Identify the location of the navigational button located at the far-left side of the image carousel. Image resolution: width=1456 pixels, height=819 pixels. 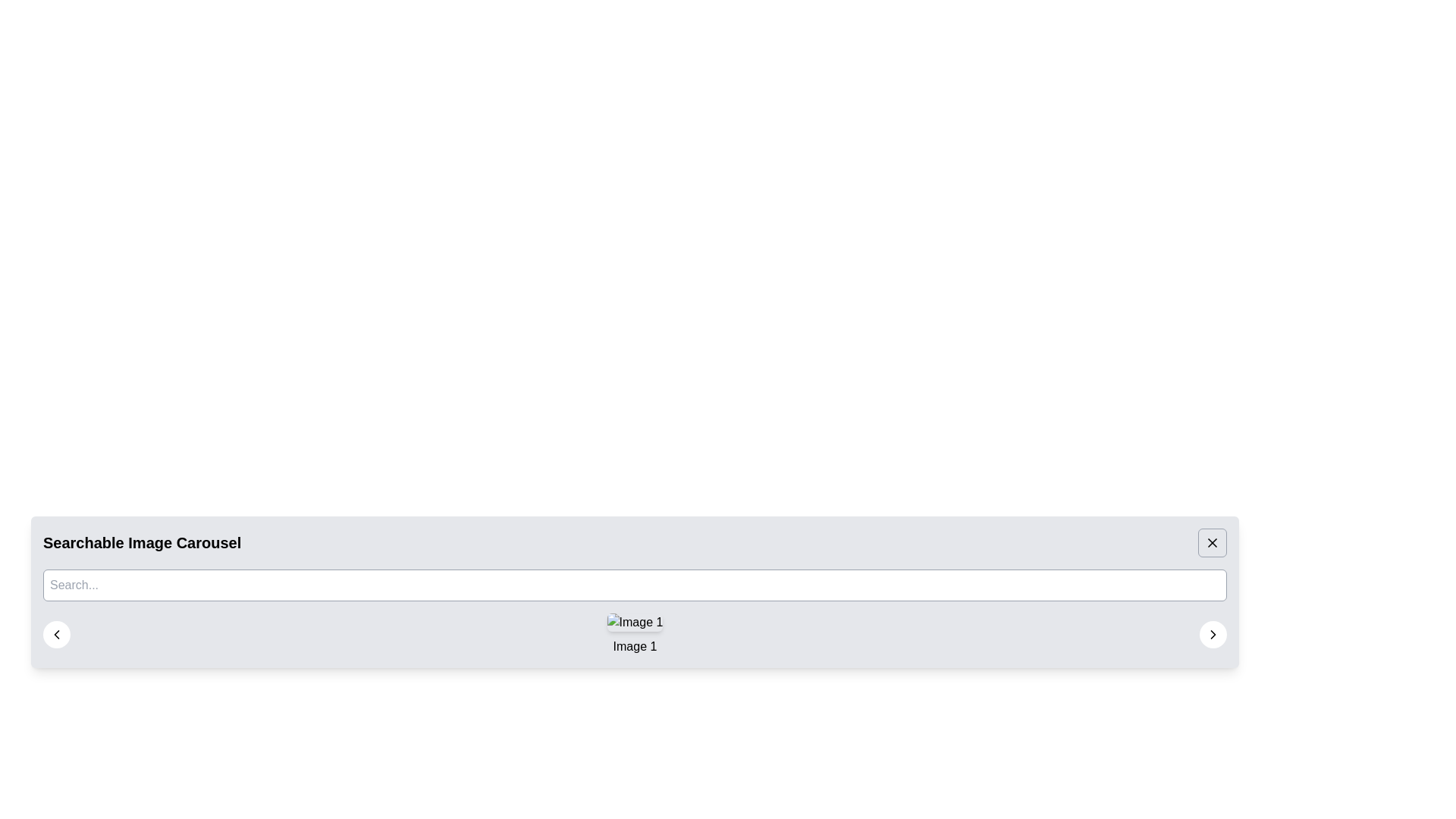
(57, 635).